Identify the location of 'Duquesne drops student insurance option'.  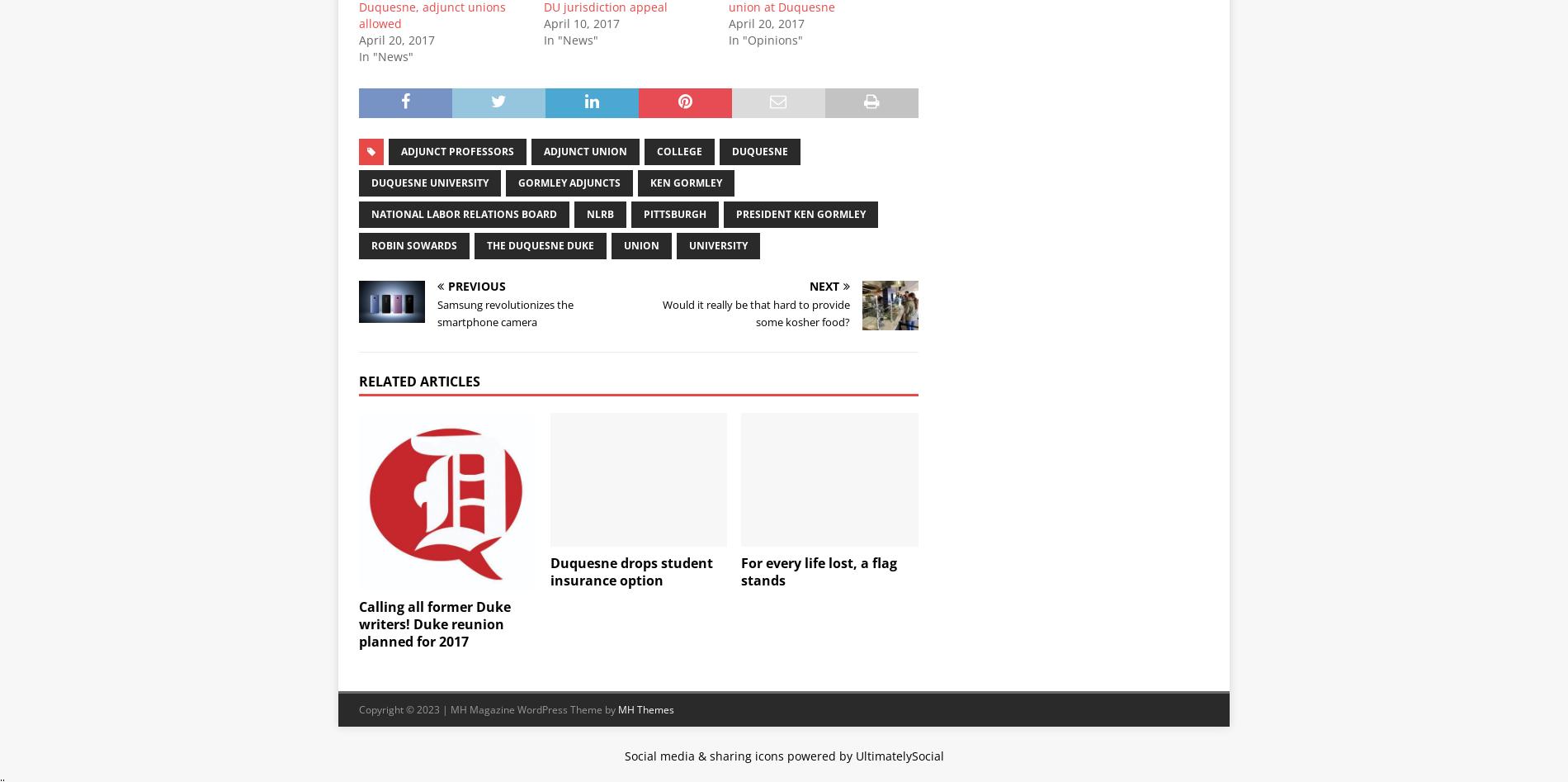
(630, 570).